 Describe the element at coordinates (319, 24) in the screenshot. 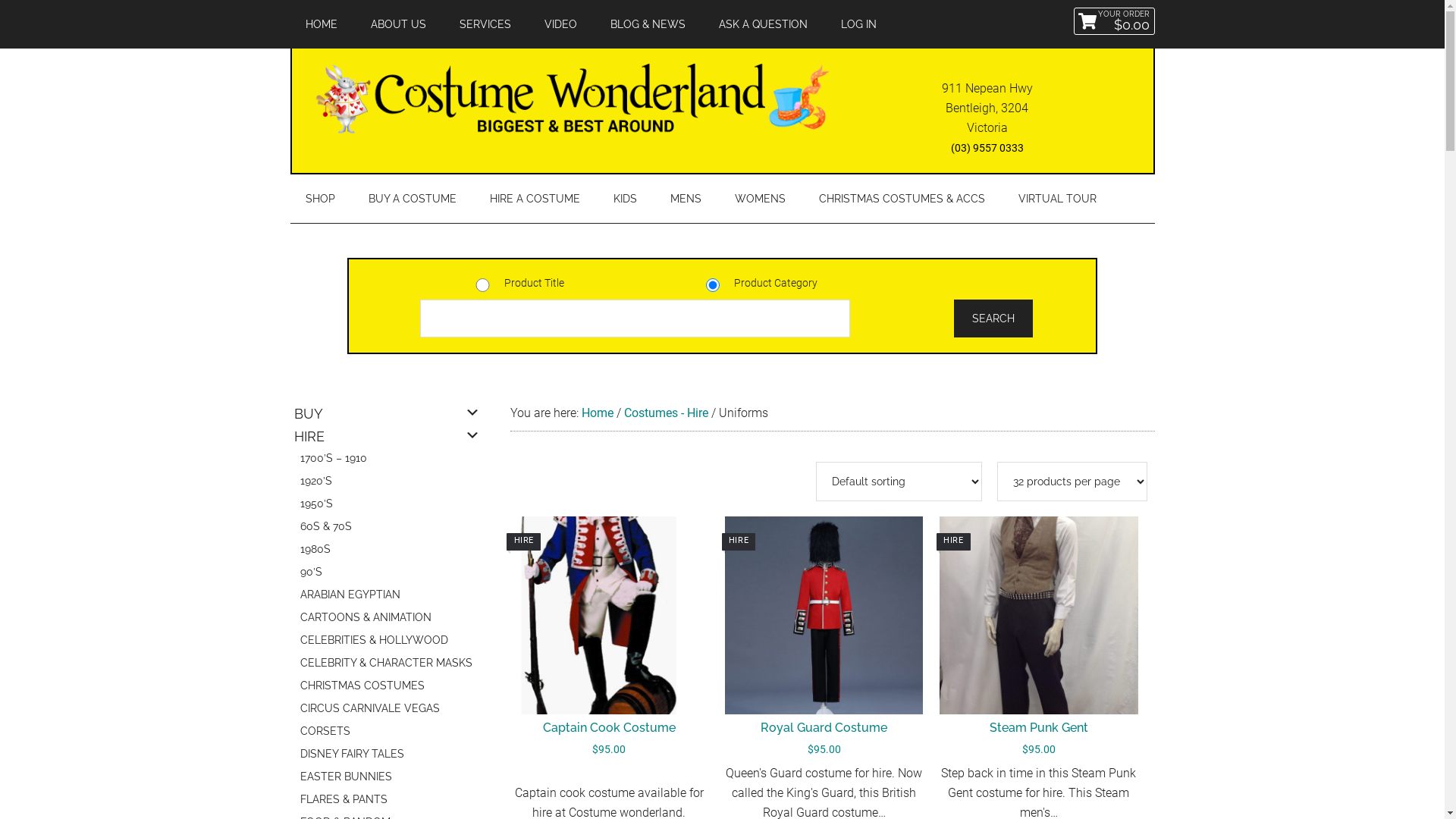

I see `'HOME'` at that location.